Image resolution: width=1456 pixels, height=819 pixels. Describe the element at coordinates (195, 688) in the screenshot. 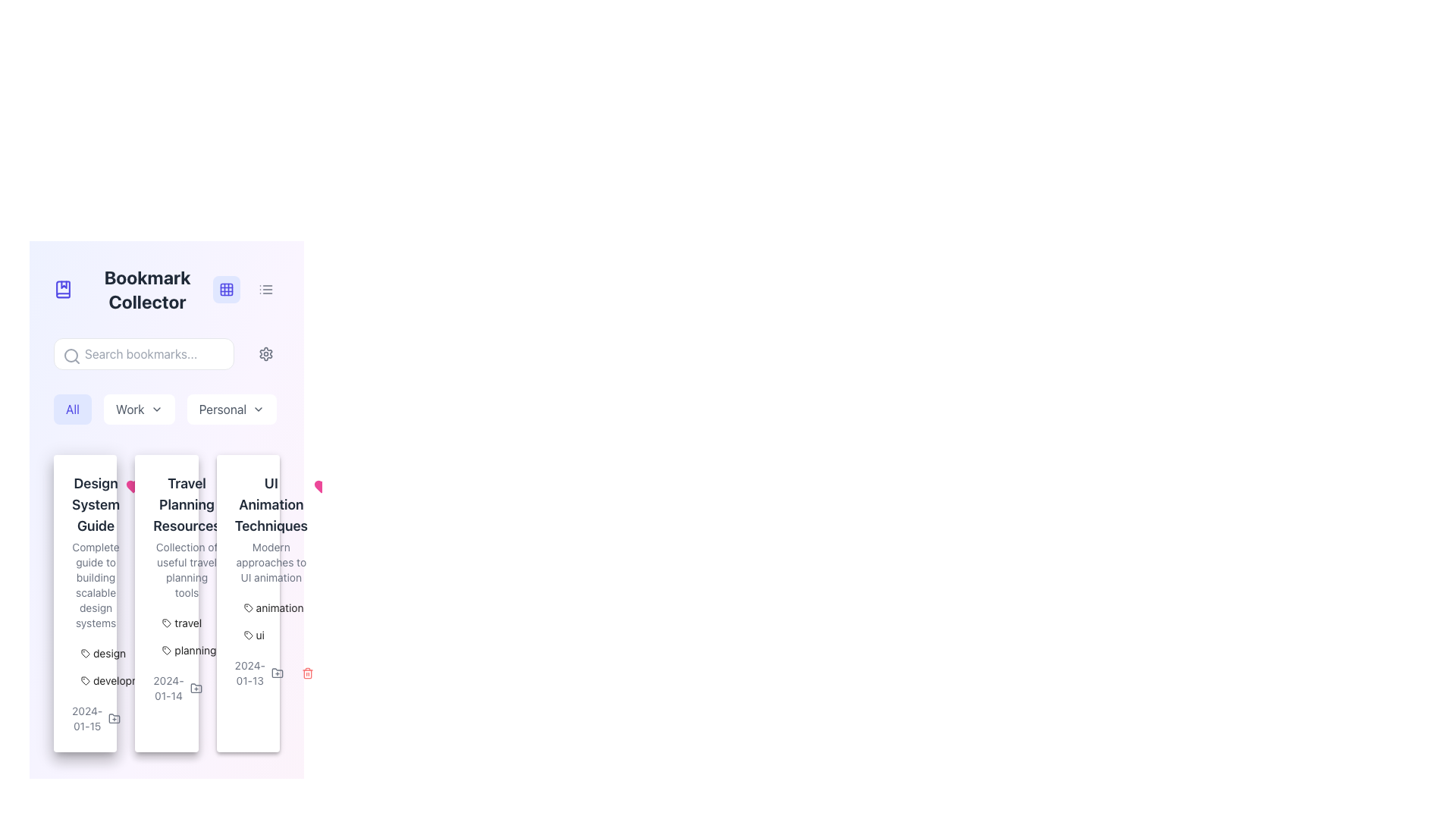

I see `the folder icon located at the center of the icon set under the 'Travel Planning Resources' card` at that location.